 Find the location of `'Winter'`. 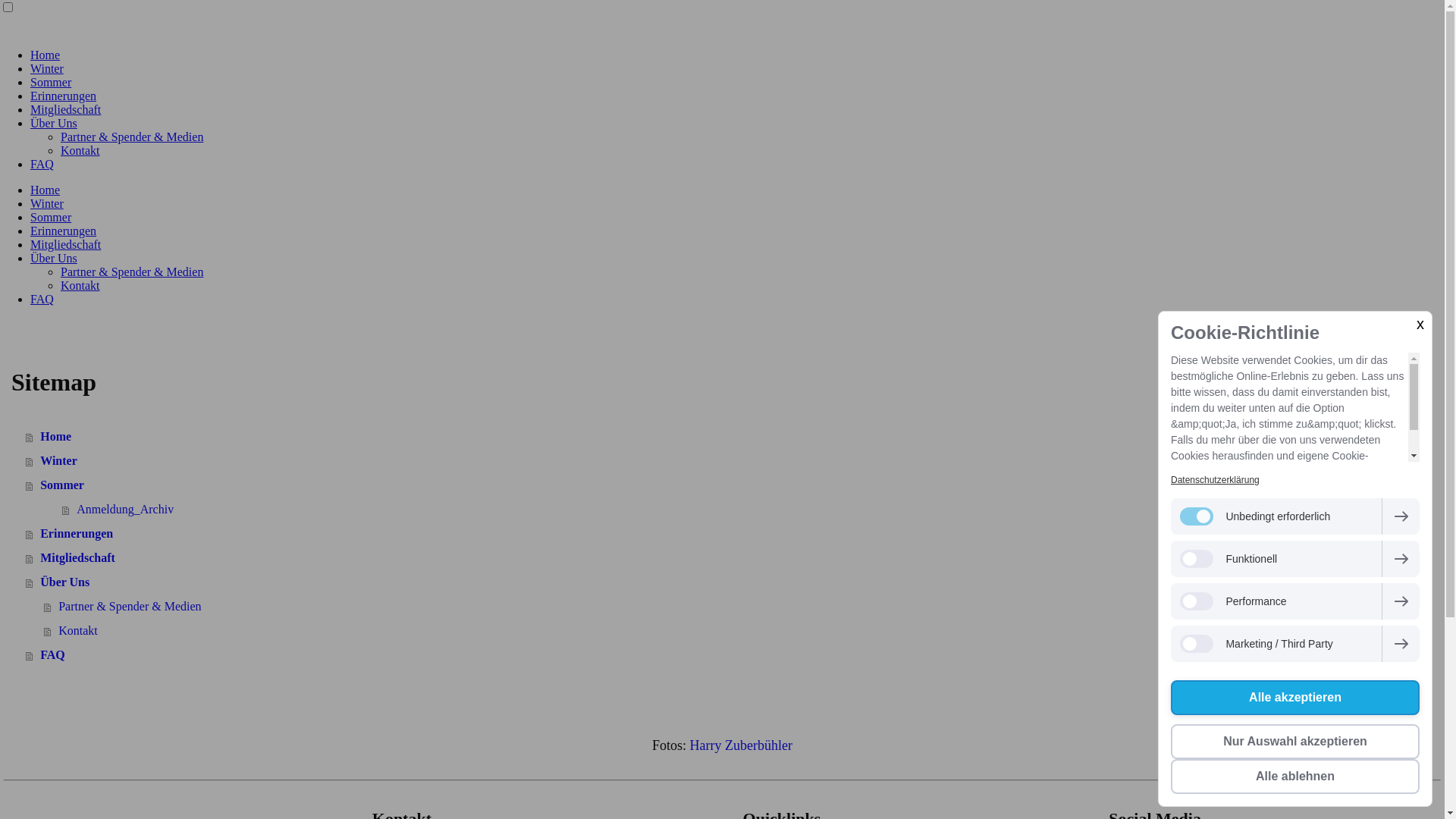

'Winter' is located at coordinates (30, 68).